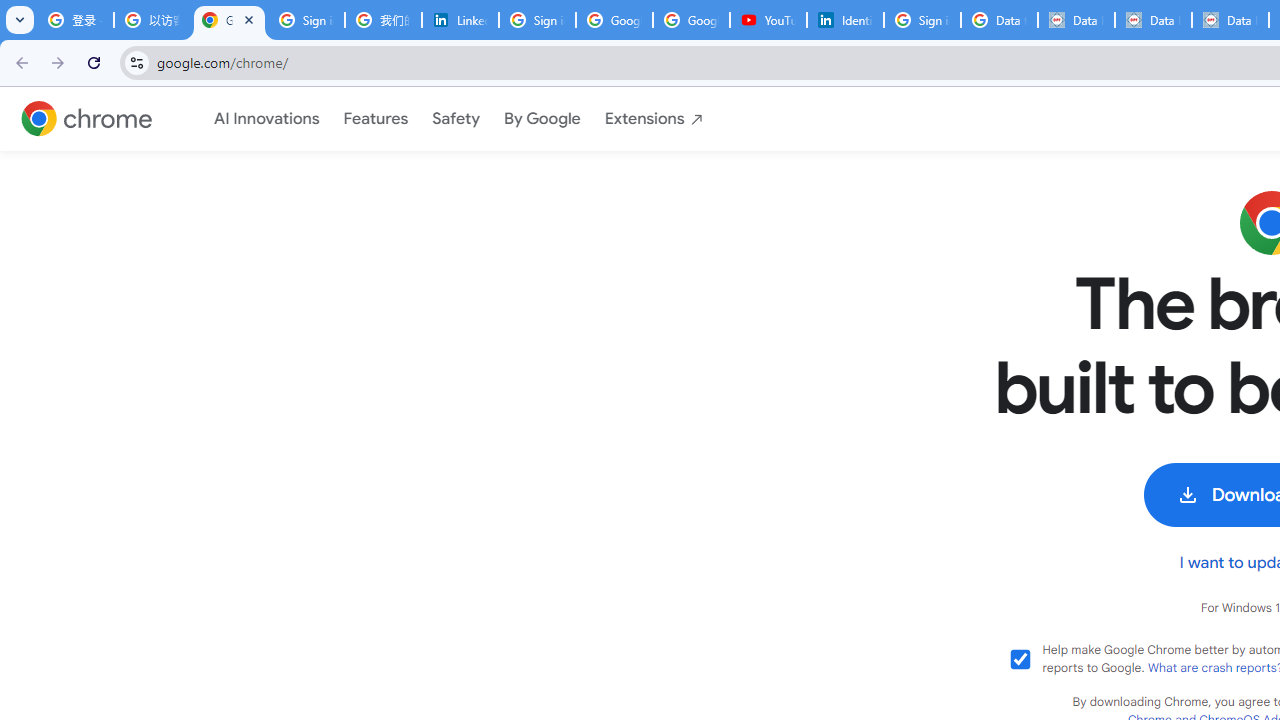 This screenshot has height=720, width=1280. Describe the element at coordinates (654, 119) in the screenshot. I see `'extensions'` at that location.